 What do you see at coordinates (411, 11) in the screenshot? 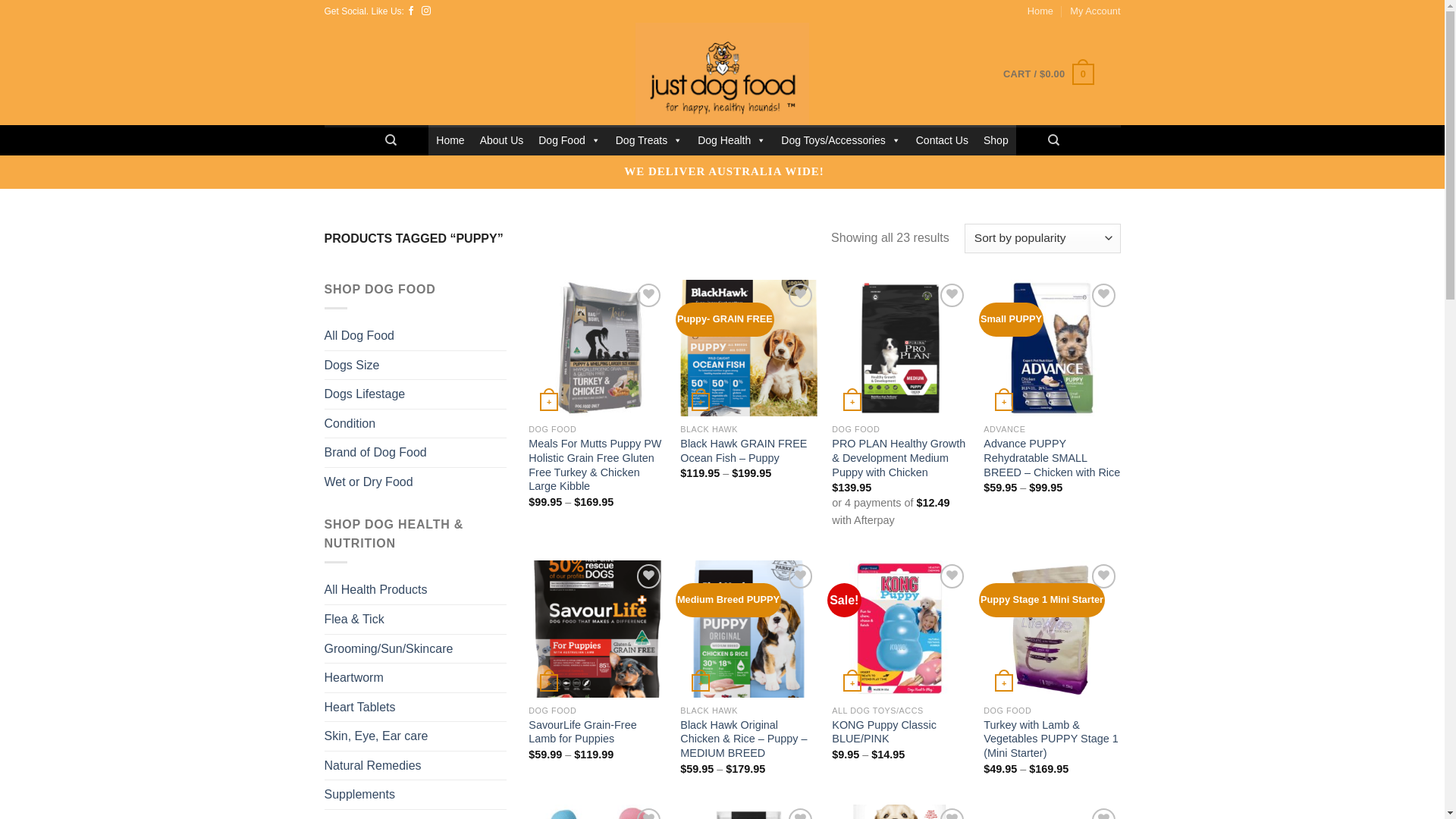
I see `'Follow on Facebook'` at bounding box center [411, 11].